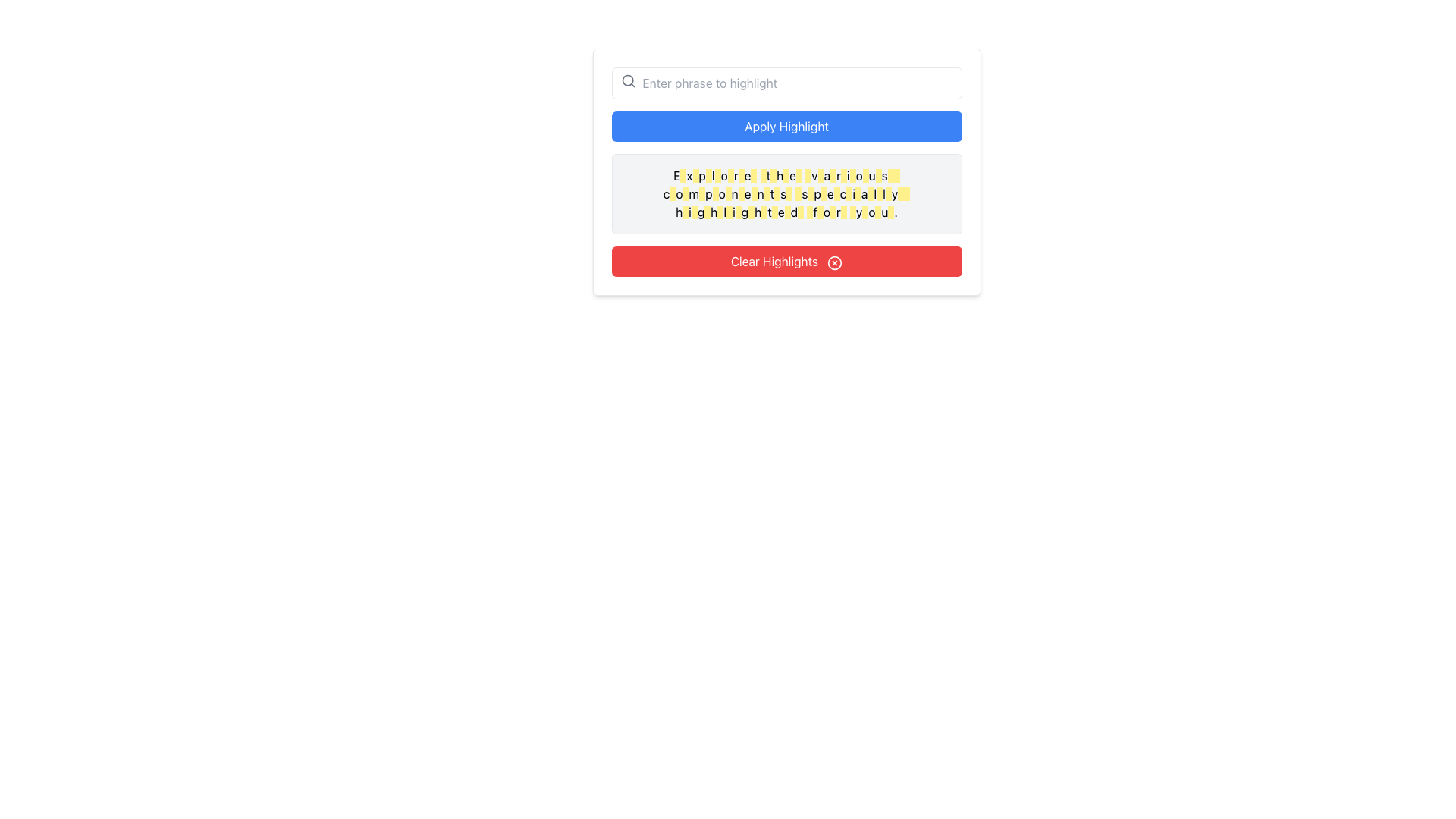  I want to click on the 8th text highlight in the third line of text, located in a light gray section below the blue 'Apply Highlight' button, so click(764, 212).